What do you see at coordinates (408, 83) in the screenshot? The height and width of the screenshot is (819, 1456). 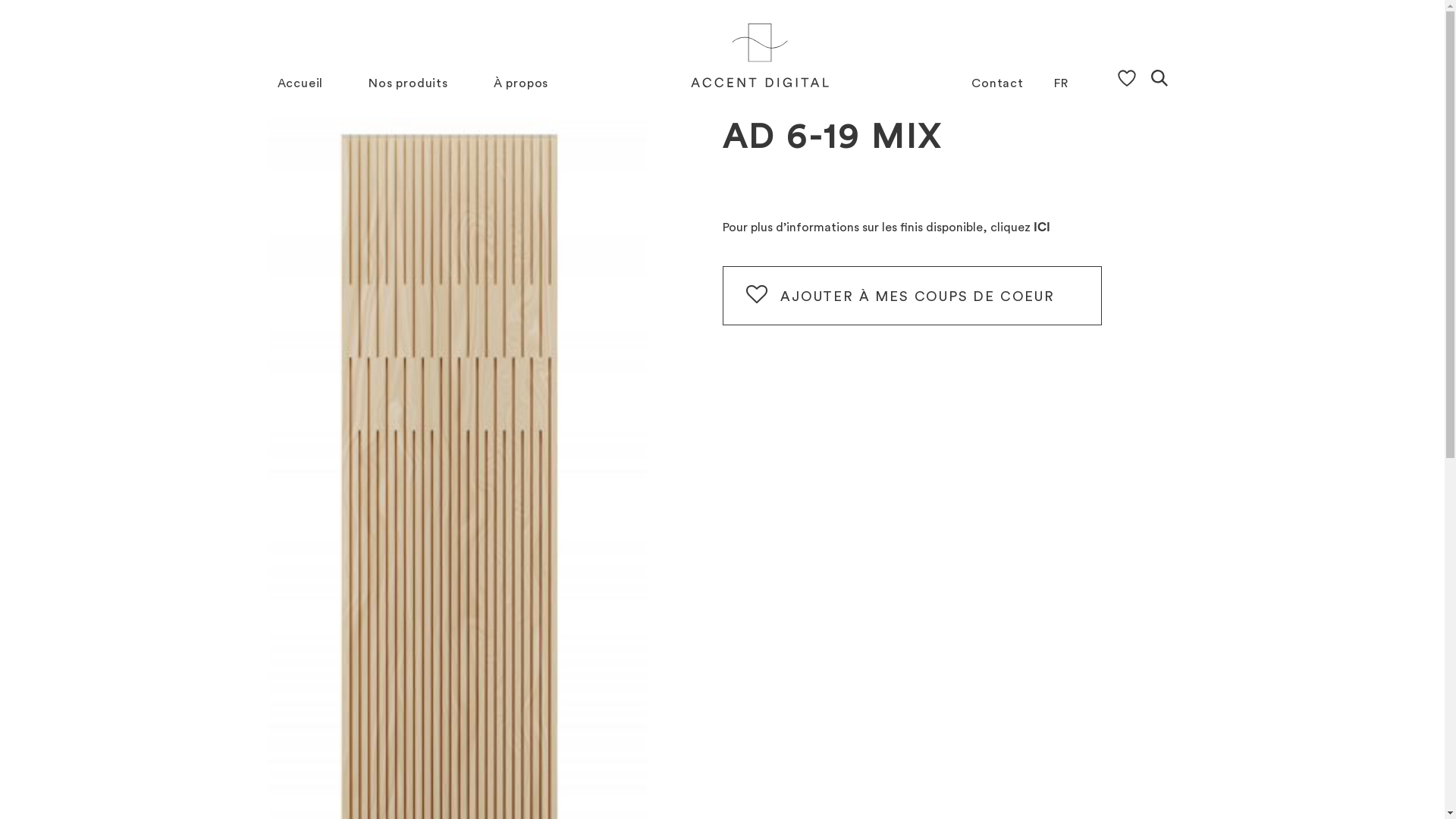 I see `'Nos produits'` at bounding box center [408, 83].